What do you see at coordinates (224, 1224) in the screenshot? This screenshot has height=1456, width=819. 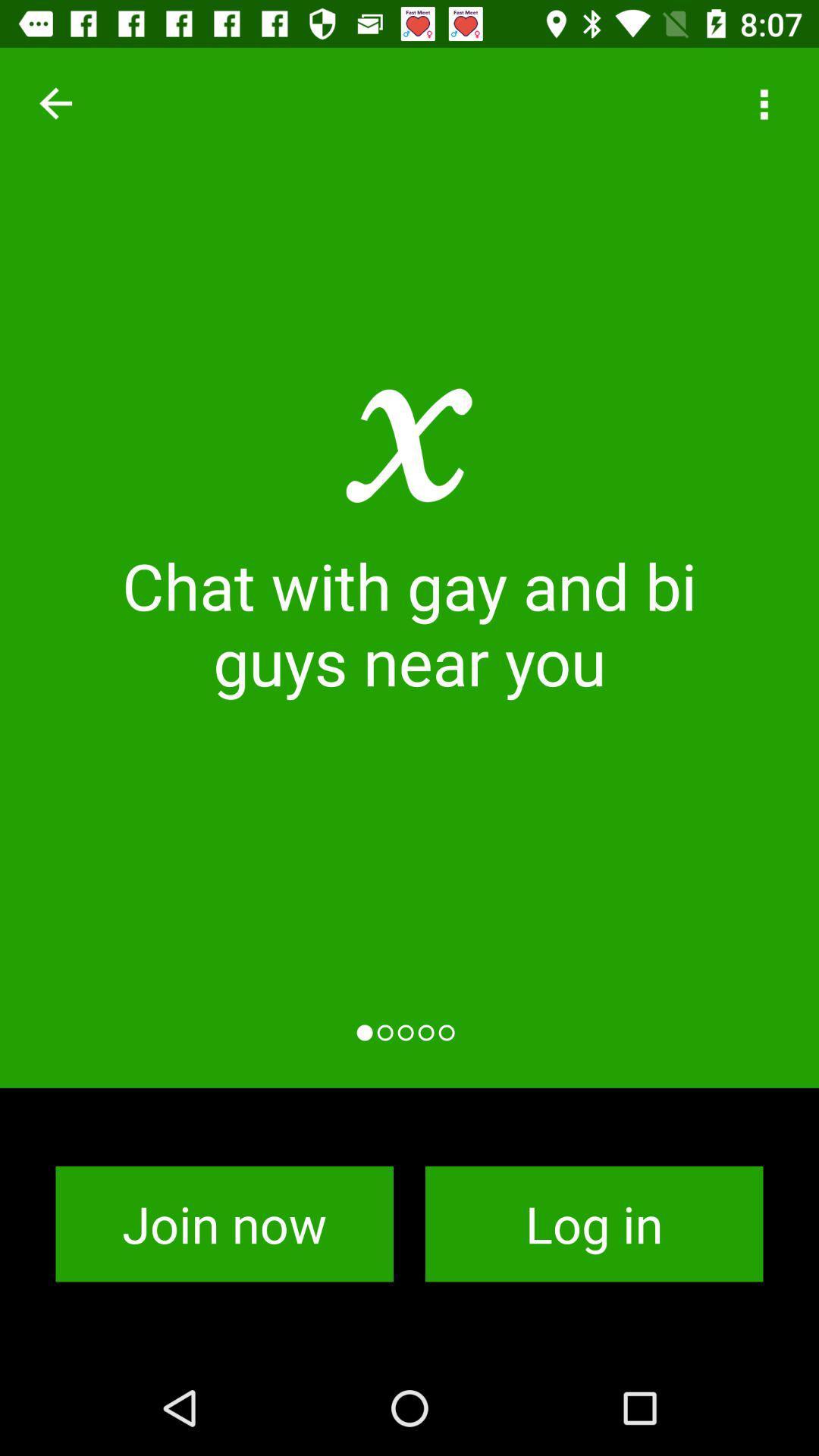 I see `the app at the bottom left corner` at bounding box center [224, 1224].